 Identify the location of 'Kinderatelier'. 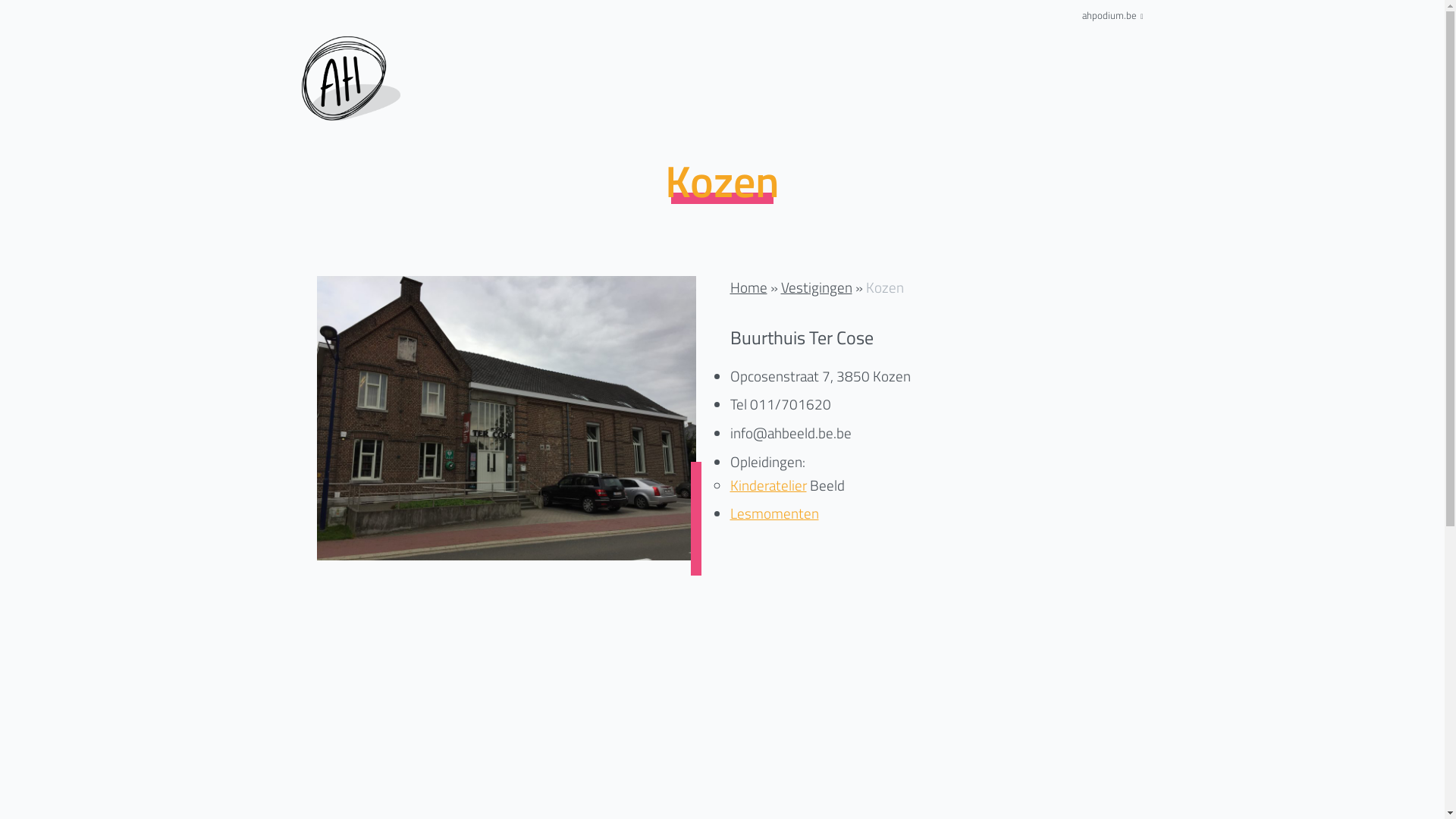
(767, 485).